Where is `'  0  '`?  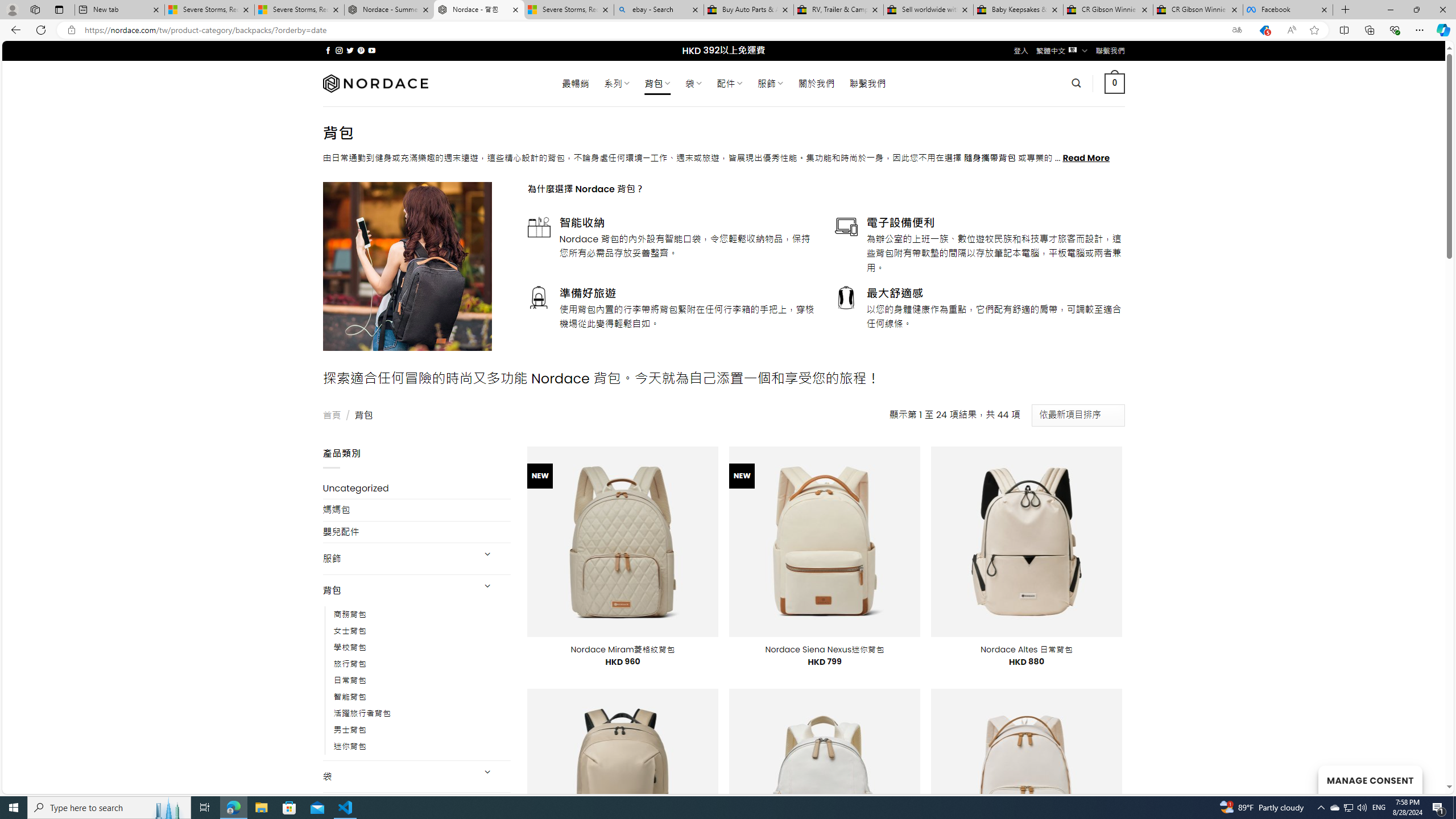
'  0  ' is located at coordinates (1115, 82).